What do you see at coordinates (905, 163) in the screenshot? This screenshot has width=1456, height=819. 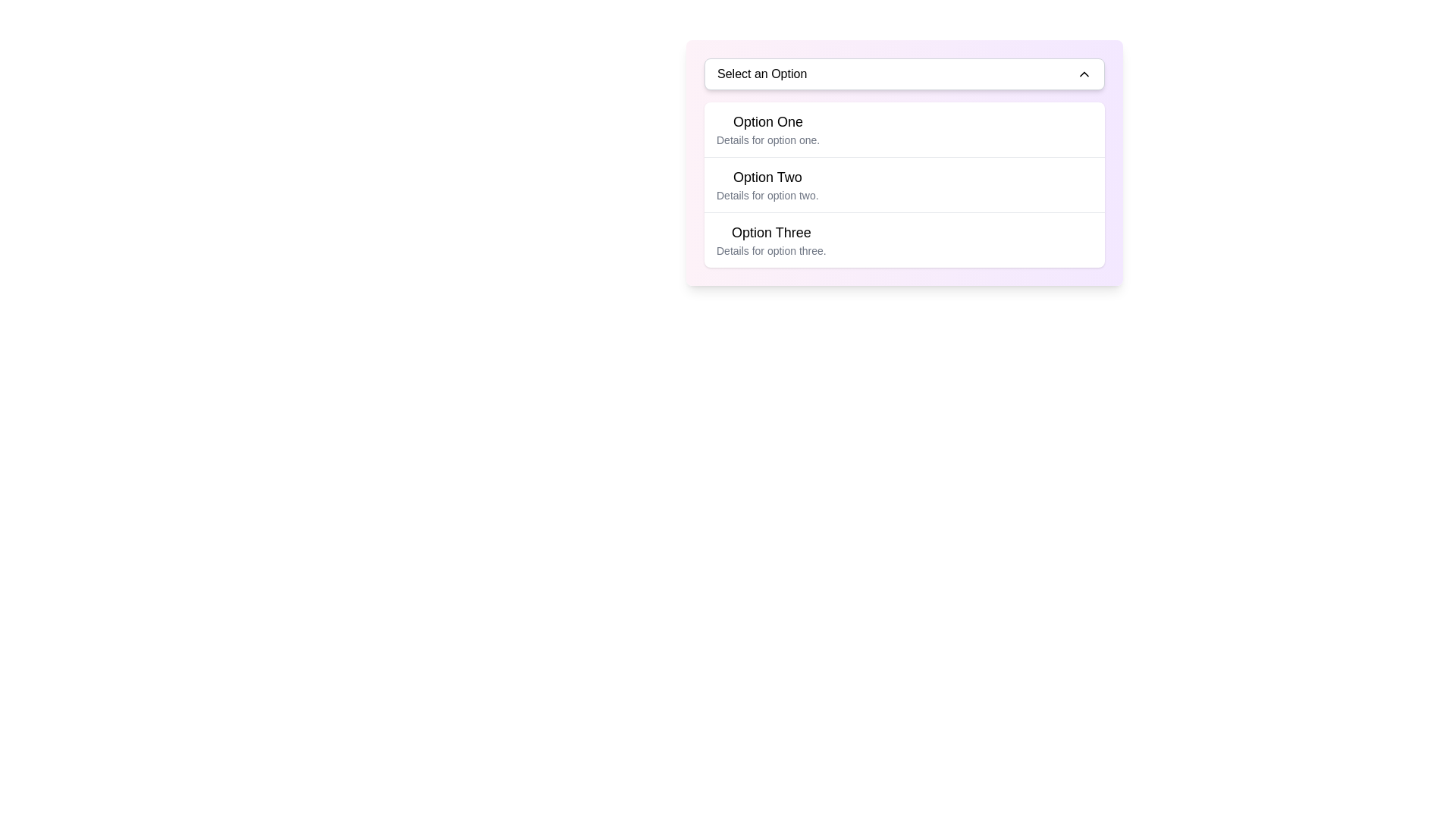 I see `the second option item in the dropdown menu` at bounding box center [905, 163].